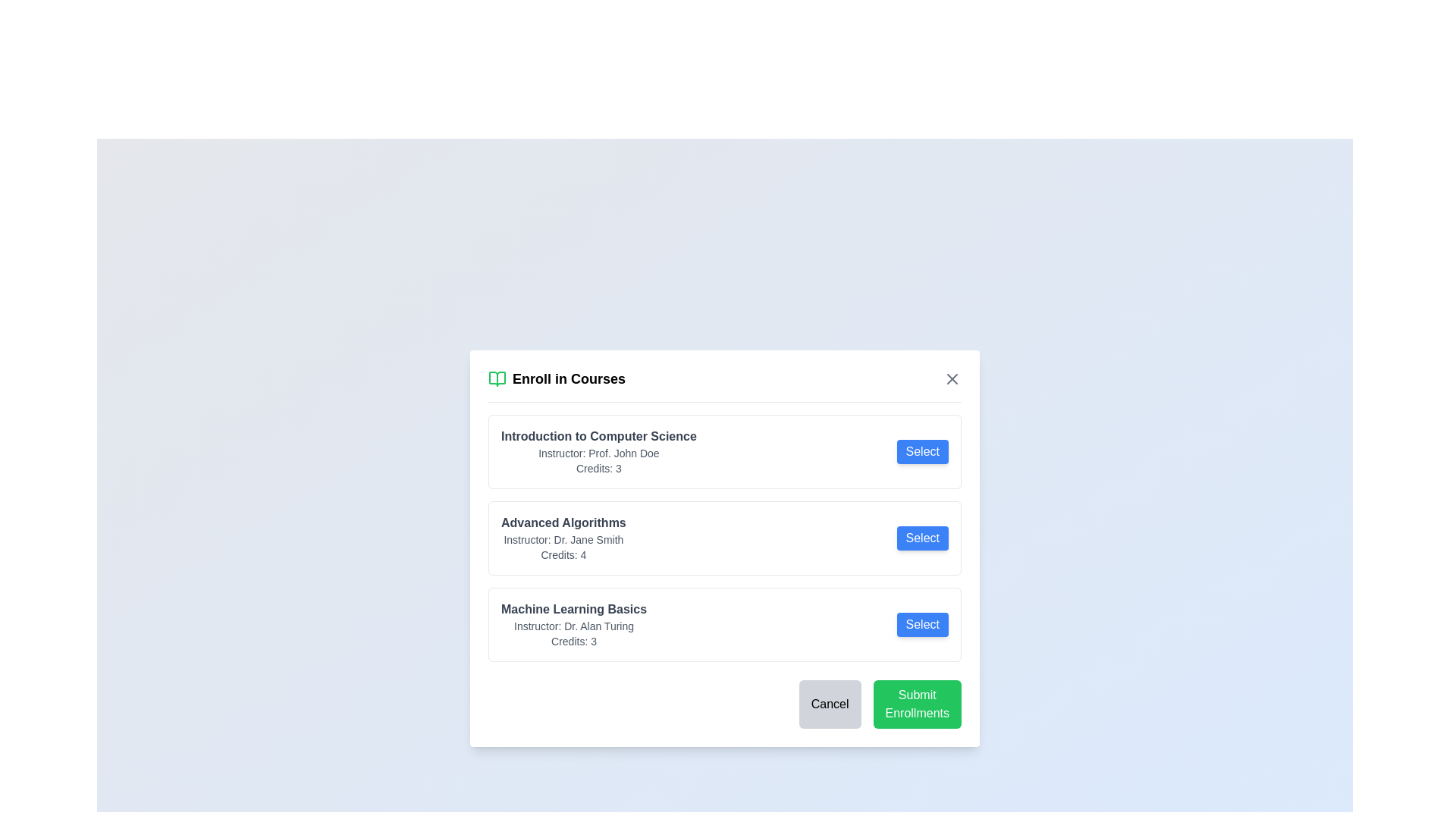 The width and height of the screenshot is (1456, 819). Describe the element at coordinates (598, 450) in the screenshot. I see `the text-based informational block displaying the header 'Introduction to Computer Science', which includes instructor and credits information, positioned above other course entries in a modal` at that location.